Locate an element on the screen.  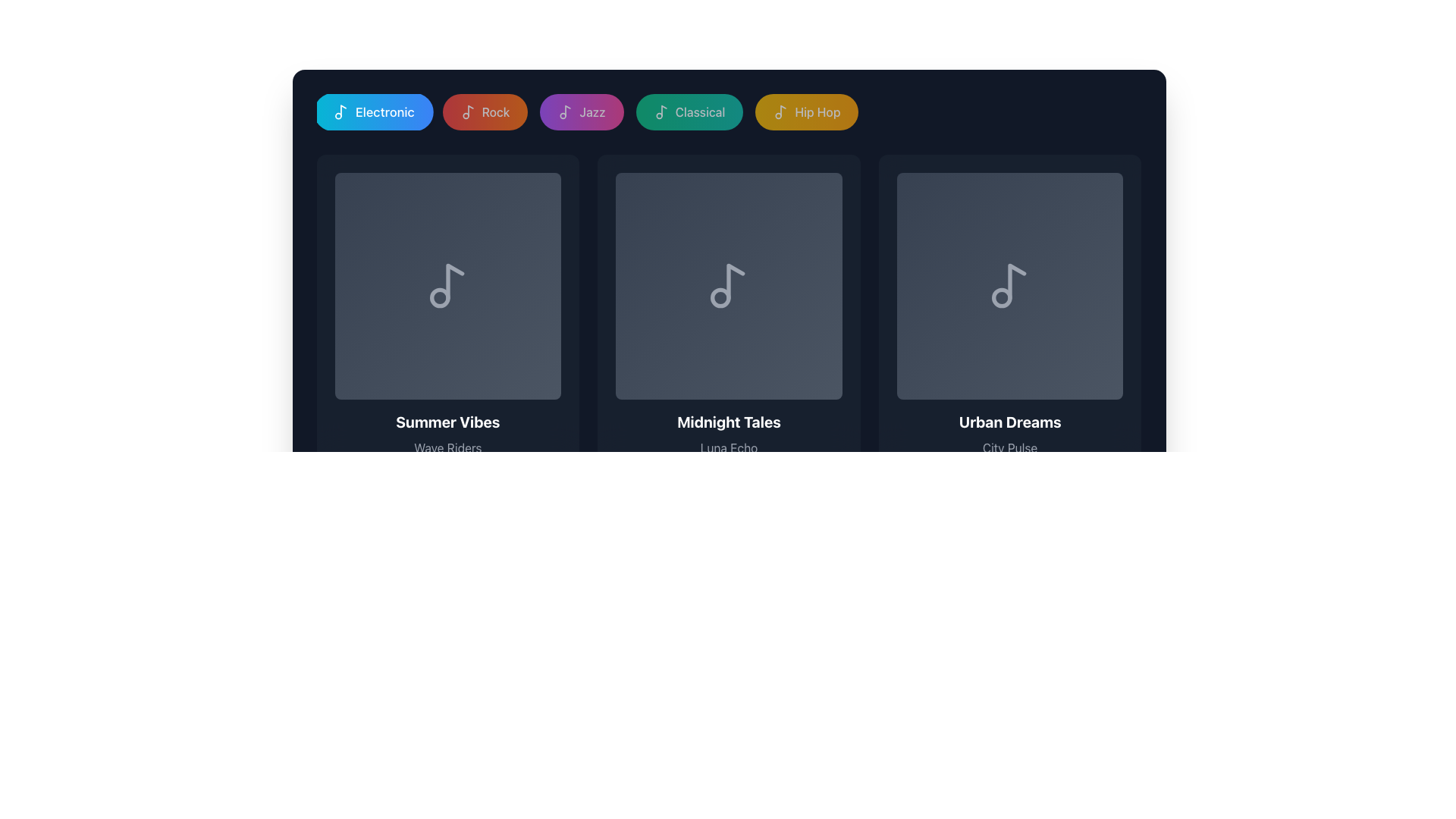
the Circle SVG element located at the bottom-left of the music note icon in the card layout is located at coordinates (439, 298).